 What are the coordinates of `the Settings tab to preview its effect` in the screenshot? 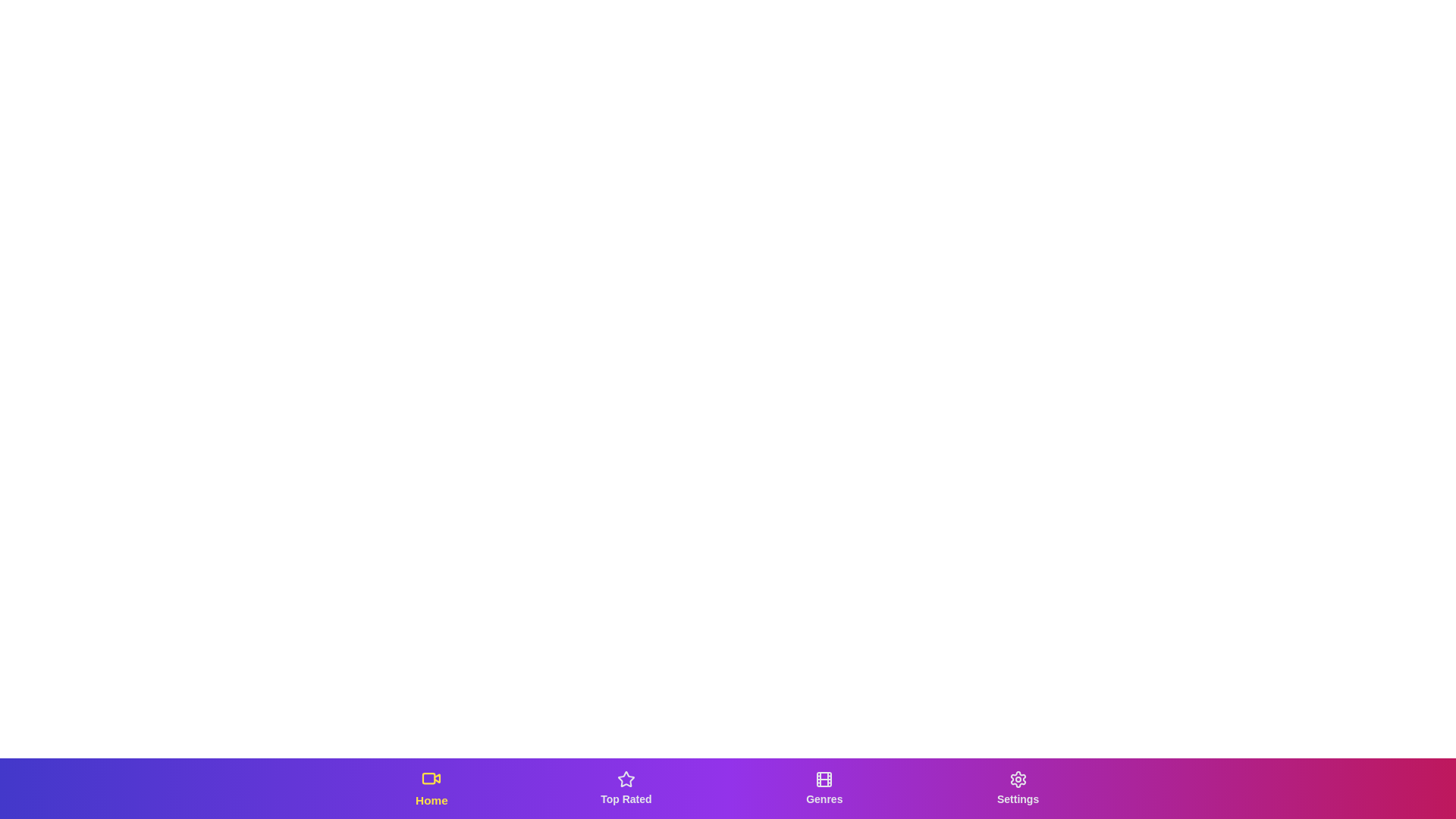 It's located at (1018, 788).